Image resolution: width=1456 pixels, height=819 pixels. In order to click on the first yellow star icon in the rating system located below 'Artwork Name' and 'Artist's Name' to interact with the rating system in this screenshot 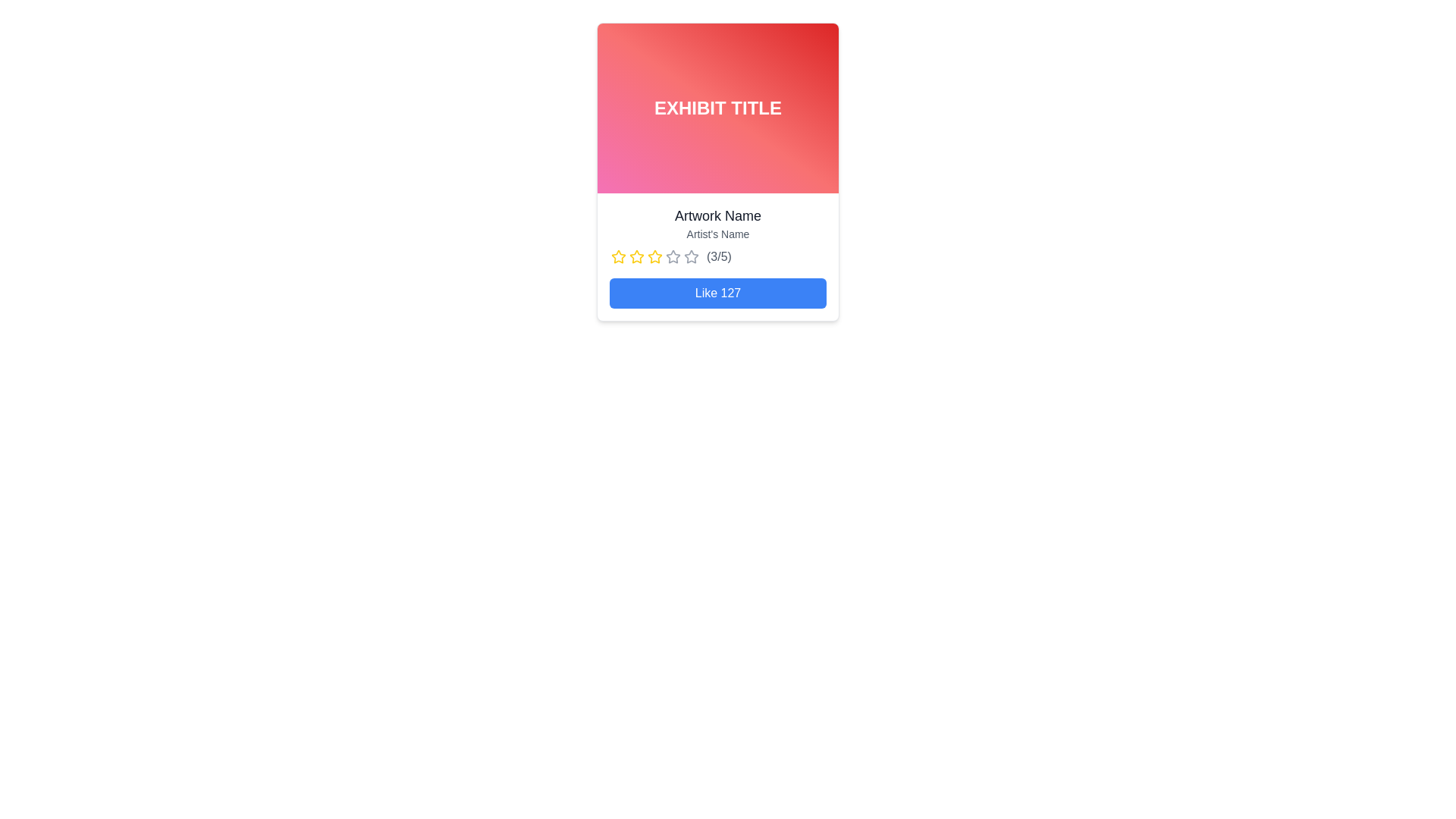, I will do `click(619, 256)`.